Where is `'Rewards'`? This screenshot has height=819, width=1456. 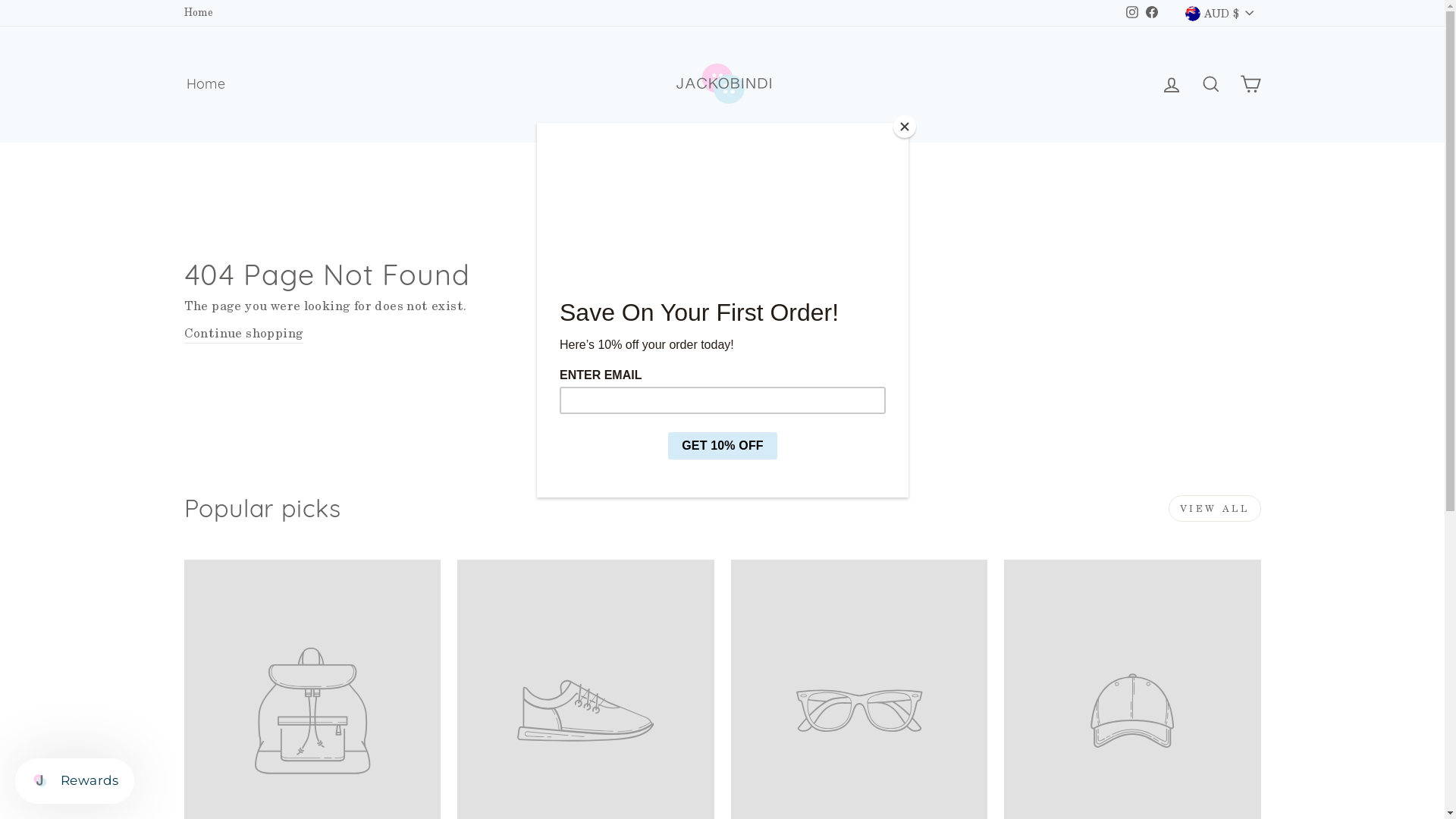 'Rewards' is located at coordinates (74, 780).